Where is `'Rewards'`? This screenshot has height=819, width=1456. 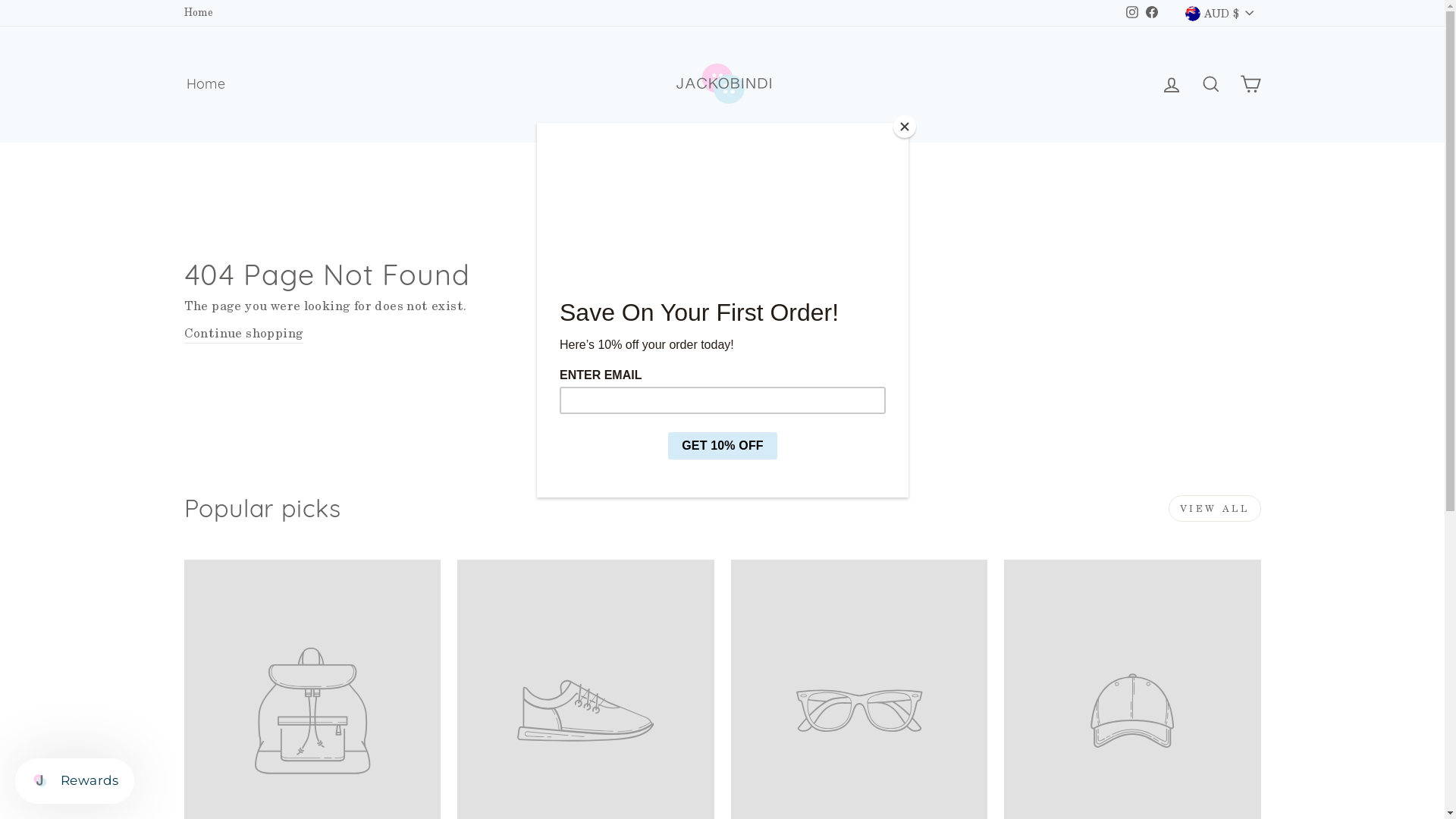 'Rewards' is located at coordinates (74, 780).